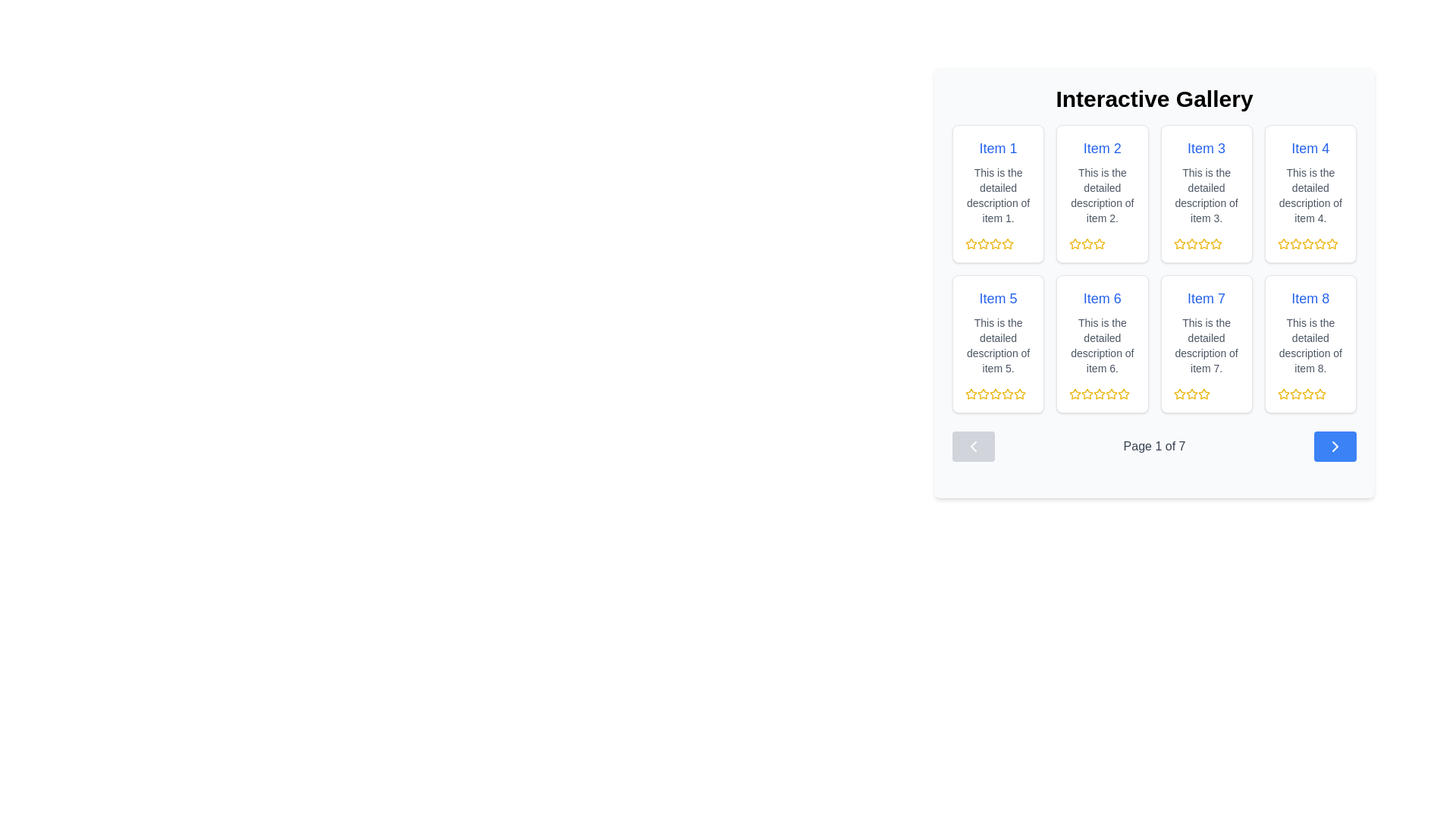 Image resolution: width=1456 pixels, height=819 pixels. I want to click on the centered star in the rating section of the 'Item 4' card, so click(1331, 243).